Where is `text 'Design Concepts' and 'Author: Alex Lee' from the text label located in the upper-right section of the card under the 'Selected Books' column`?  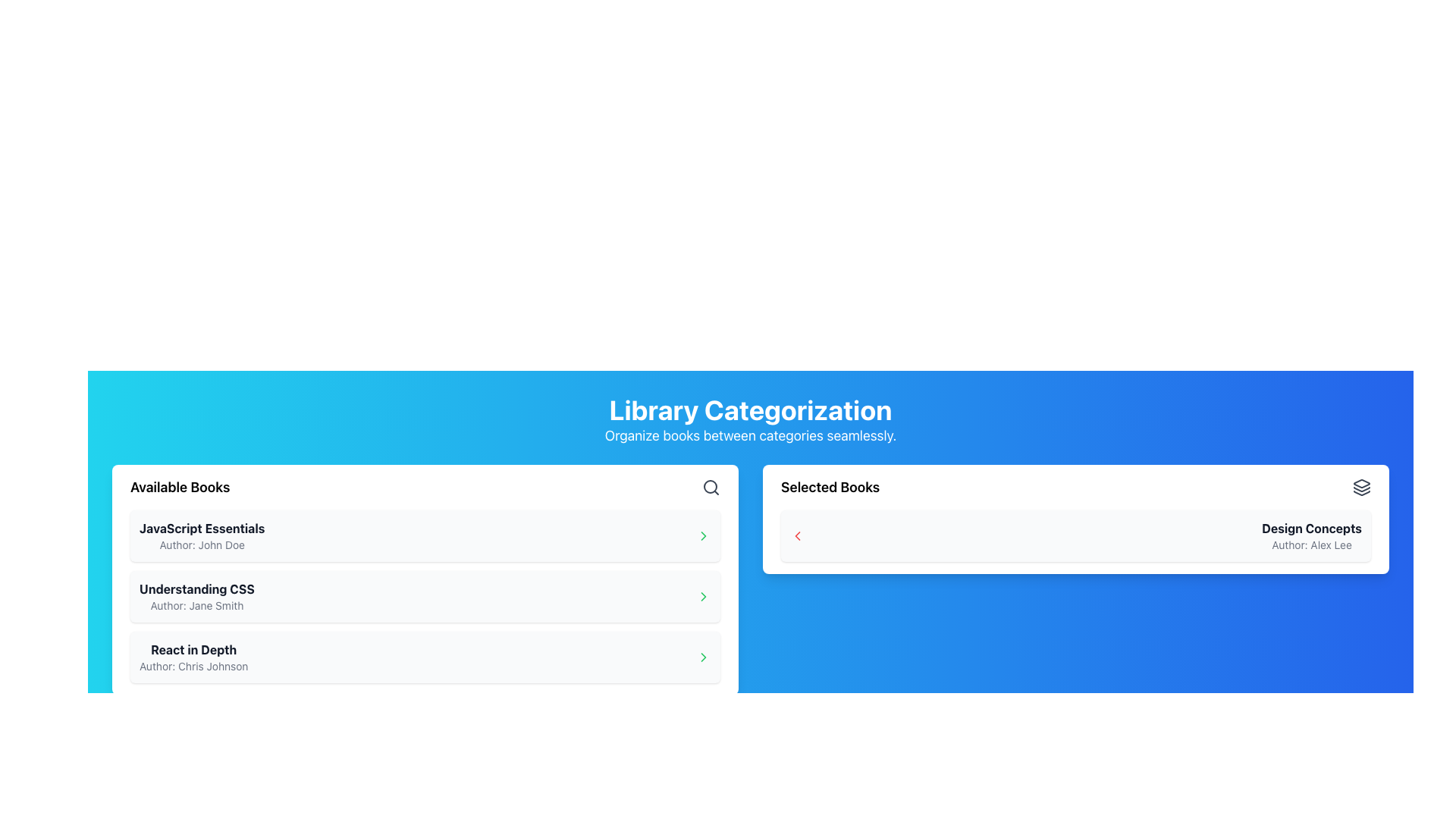 text 'Design Concepts' and 'Author: Alex Lee' from the text label located in the upper-right section of the card under the 'Selected Books' column is located at coordinates (1311, 535).